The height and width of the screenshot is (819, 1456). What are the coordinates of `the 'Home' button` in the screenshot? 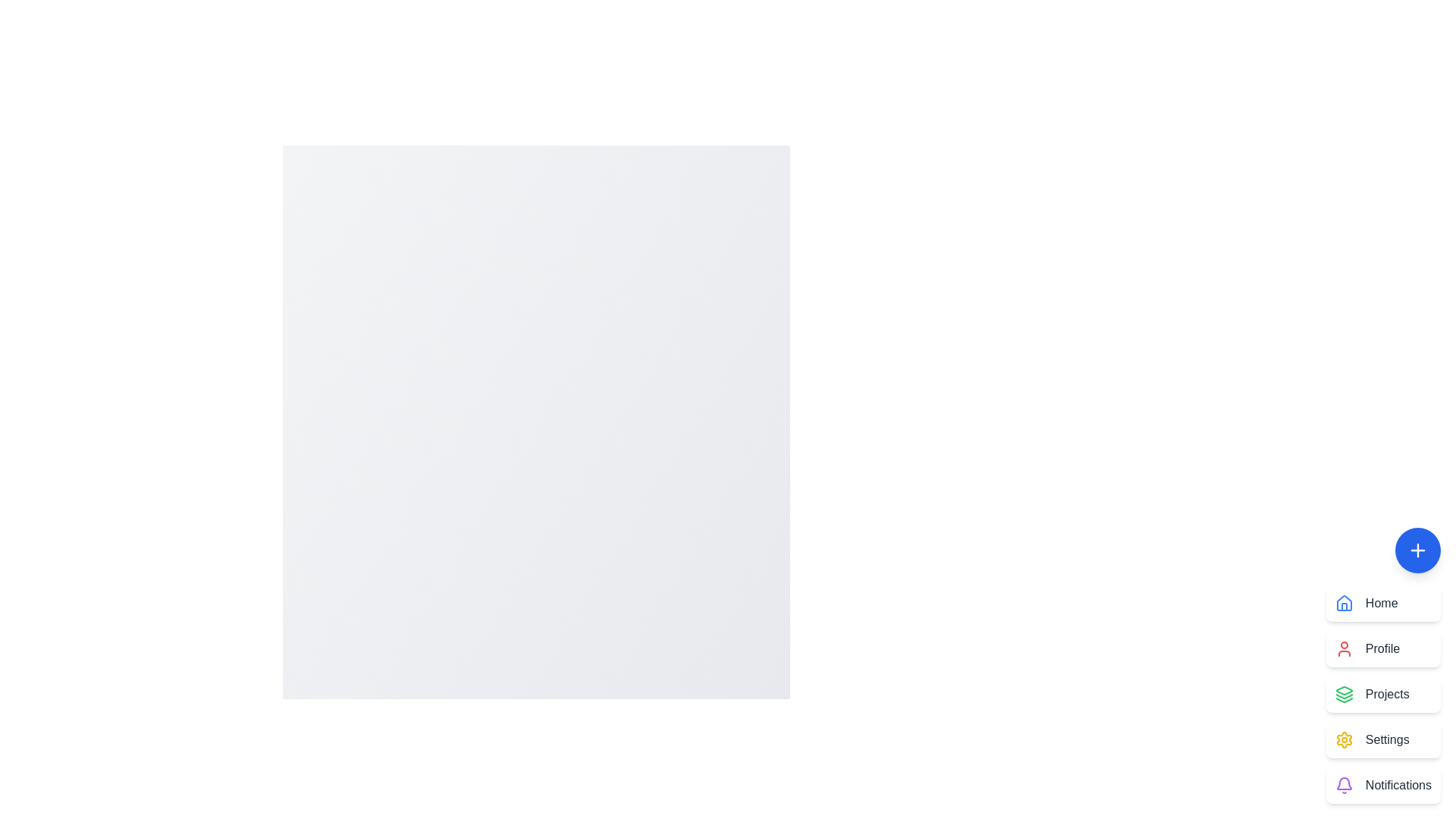 It's located at (1383, 602).